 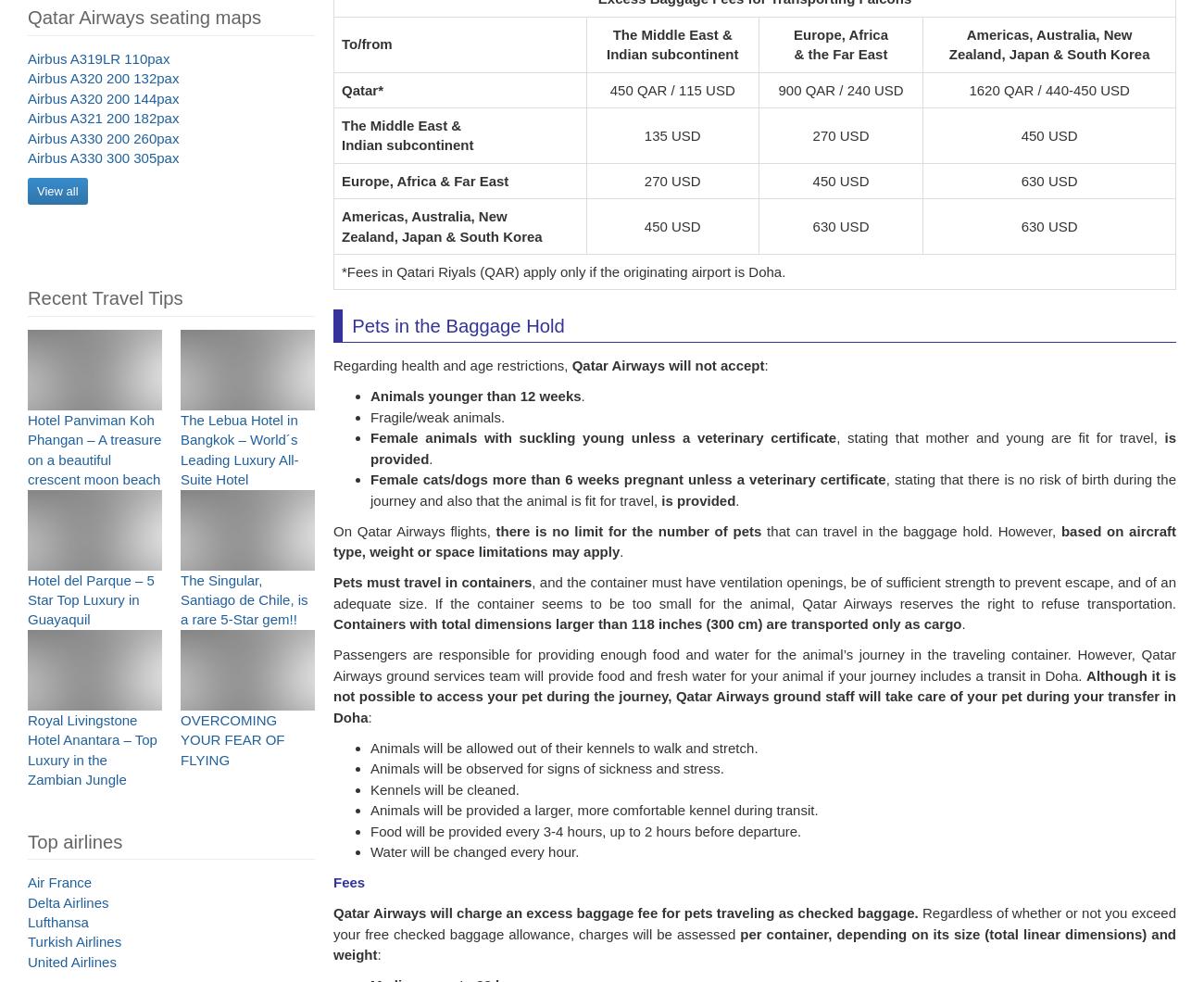 I want to click on 'Female animals with suckling young unless a veterinary certificate', so click(x=602, y=447).